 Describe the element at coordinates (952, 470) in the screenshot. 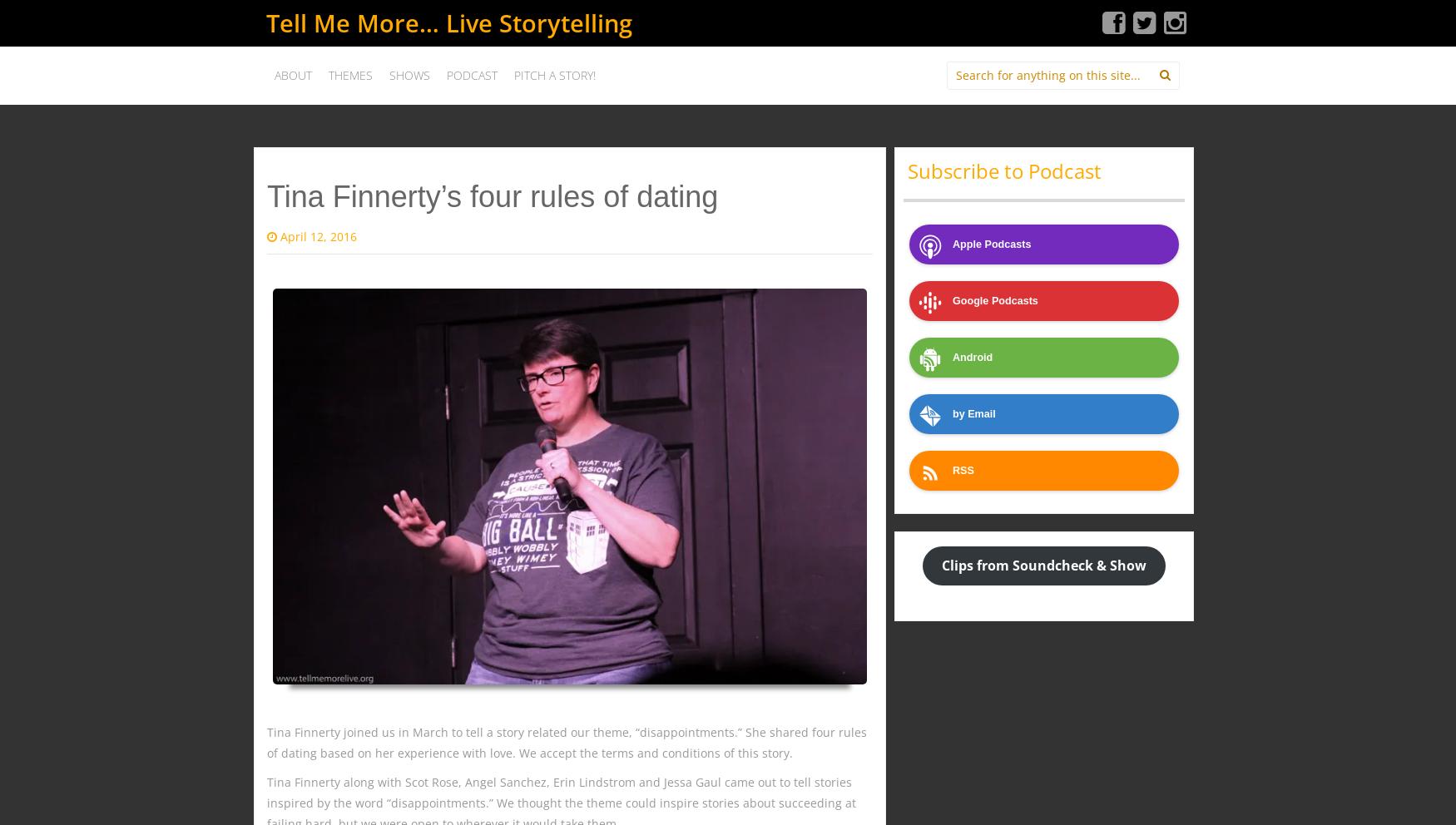

I see `'RSS'` at that location.